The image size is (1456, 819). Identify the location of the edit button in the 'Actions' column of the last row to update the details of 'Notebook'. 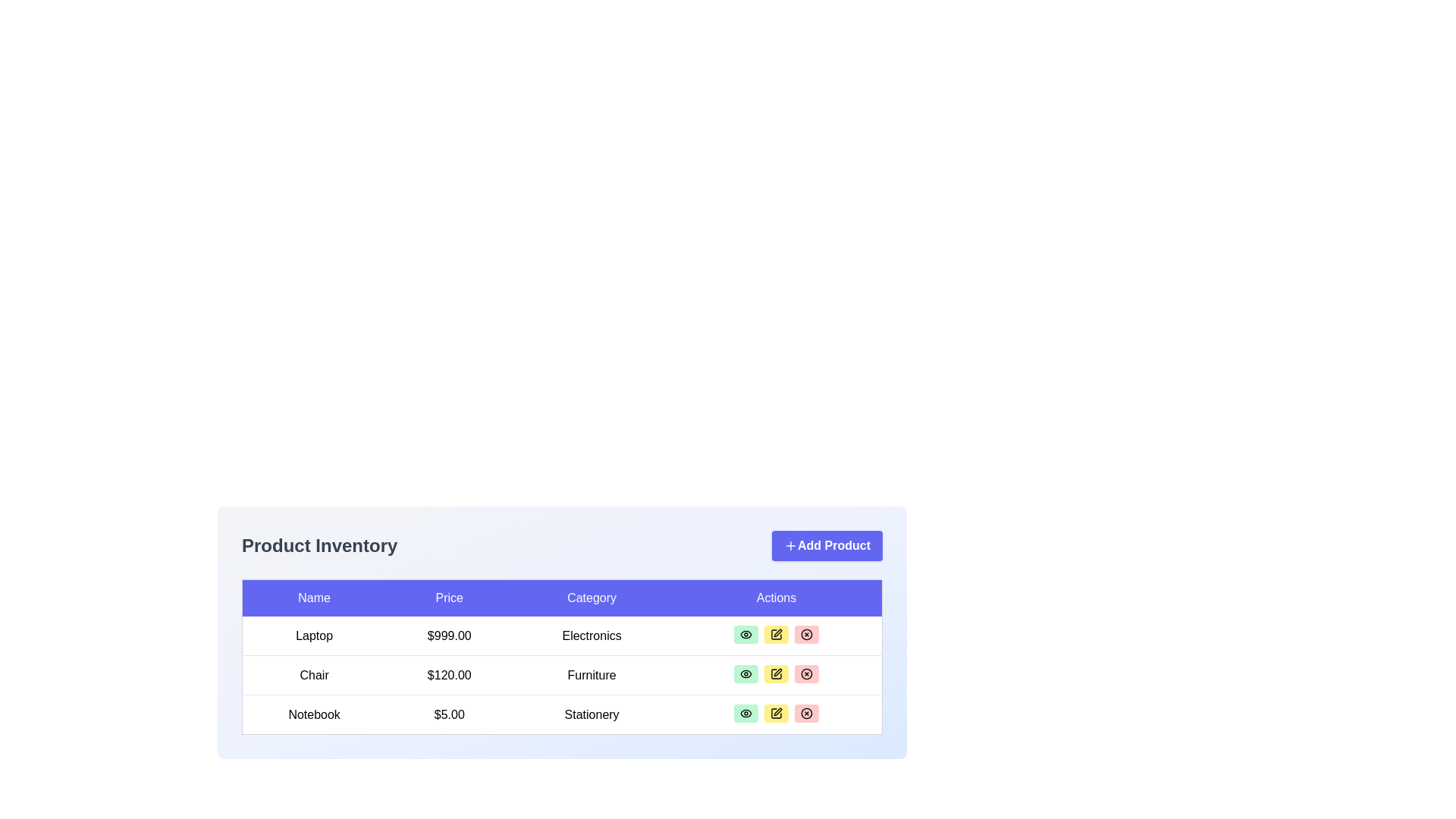
(776, 714).